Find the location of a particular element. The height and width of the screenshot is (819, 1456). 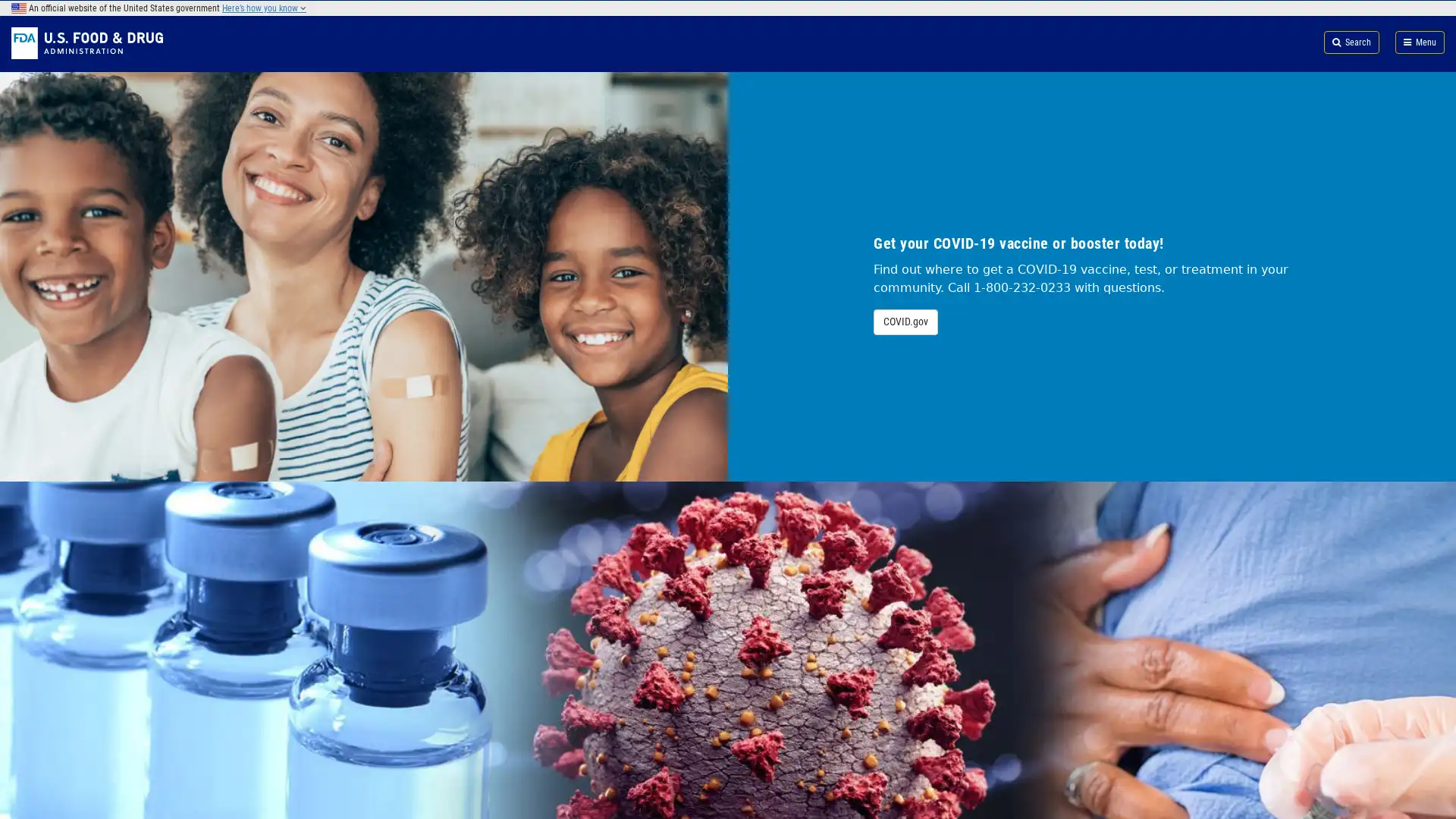

Search is located at coordinates (1429, 26).